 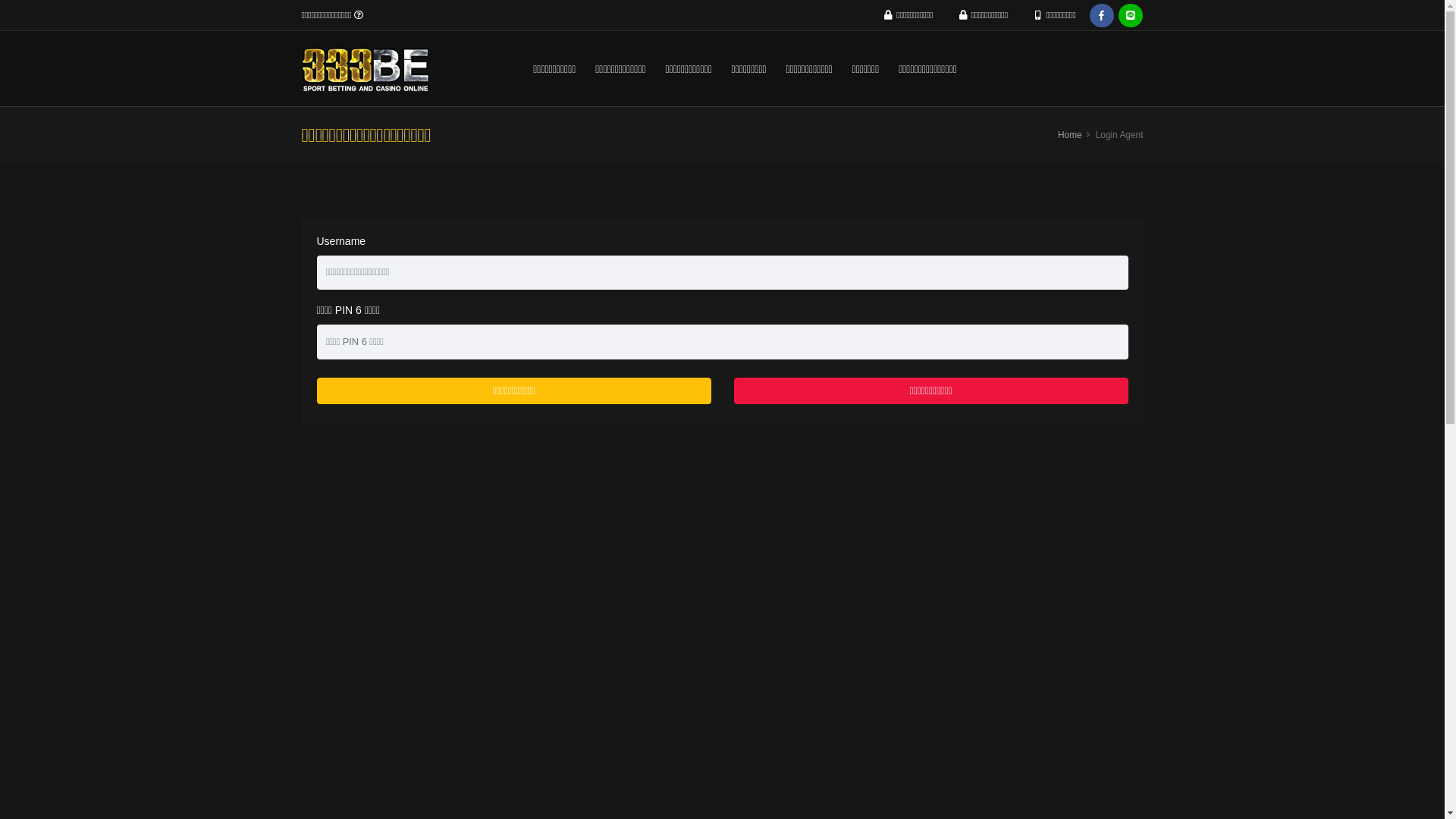 I want to click on 'Home', so click(x=1069, y=133).